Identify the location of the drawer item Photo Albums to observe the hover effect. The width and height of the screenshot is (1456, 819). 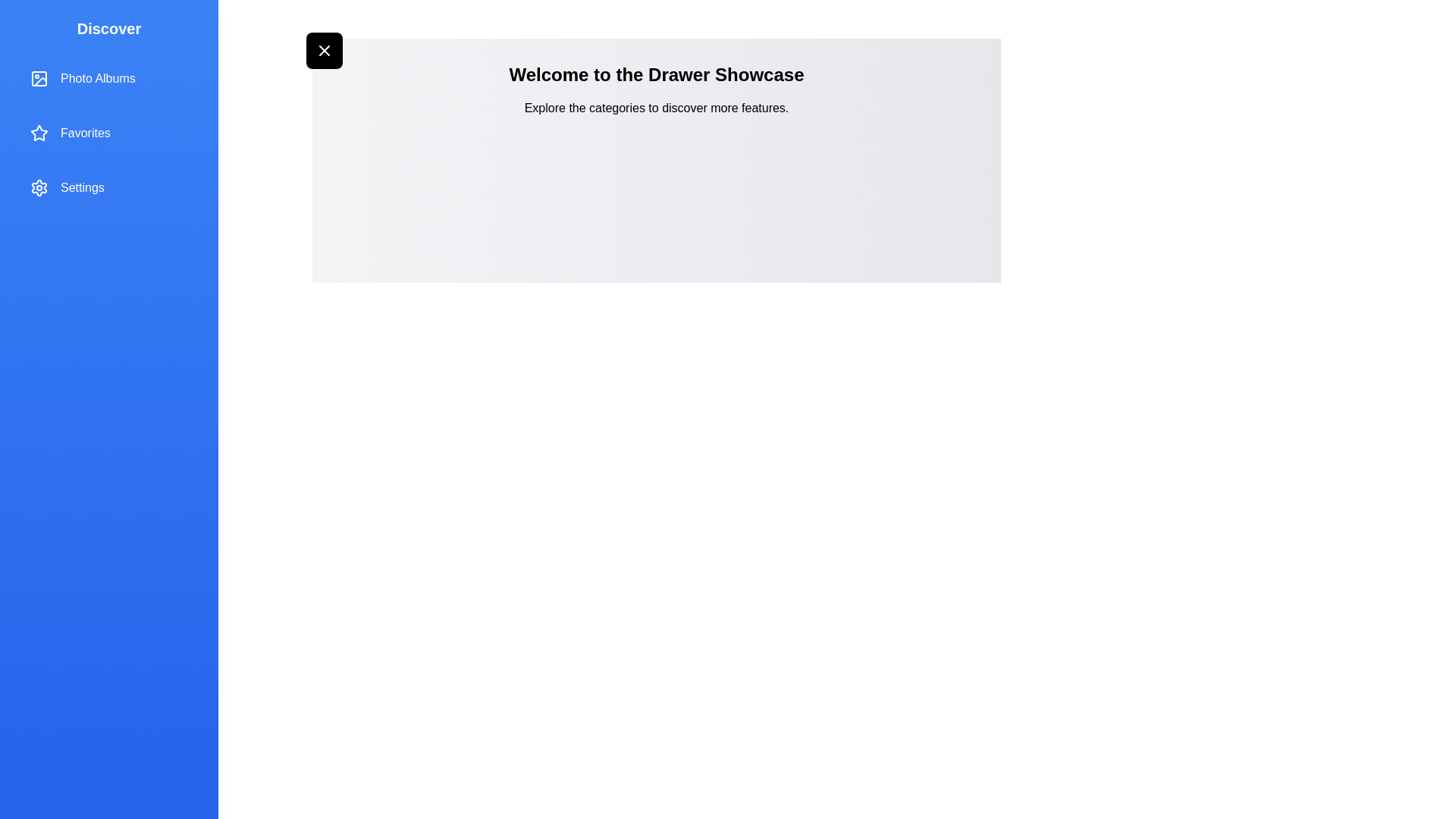
(108, 79).